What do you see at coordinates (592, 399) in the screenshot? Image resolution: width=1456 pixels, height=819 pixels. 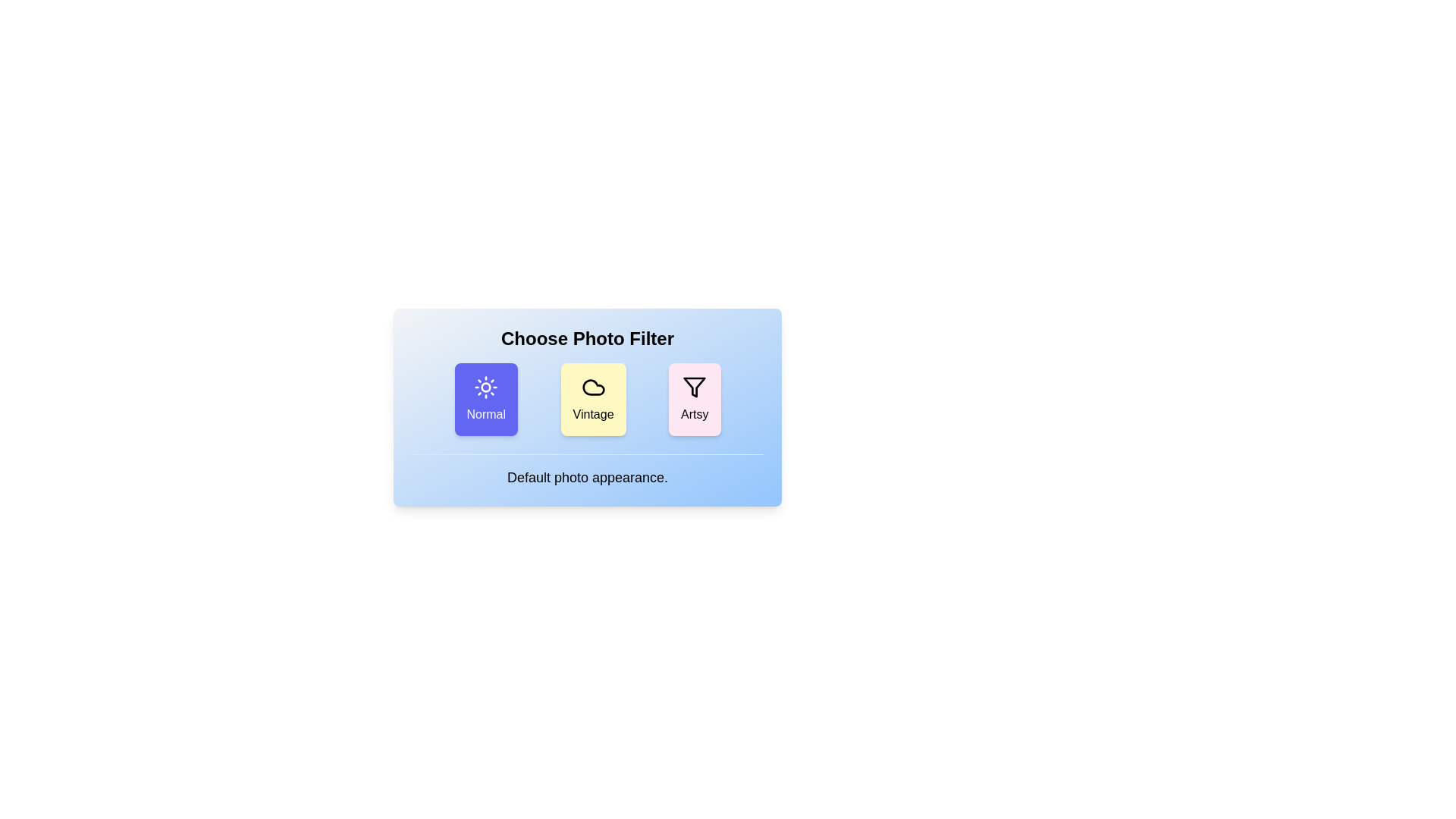 I see `the photo filter Vintage by clicking on its corresponding button` at bounding box center [592, 399].